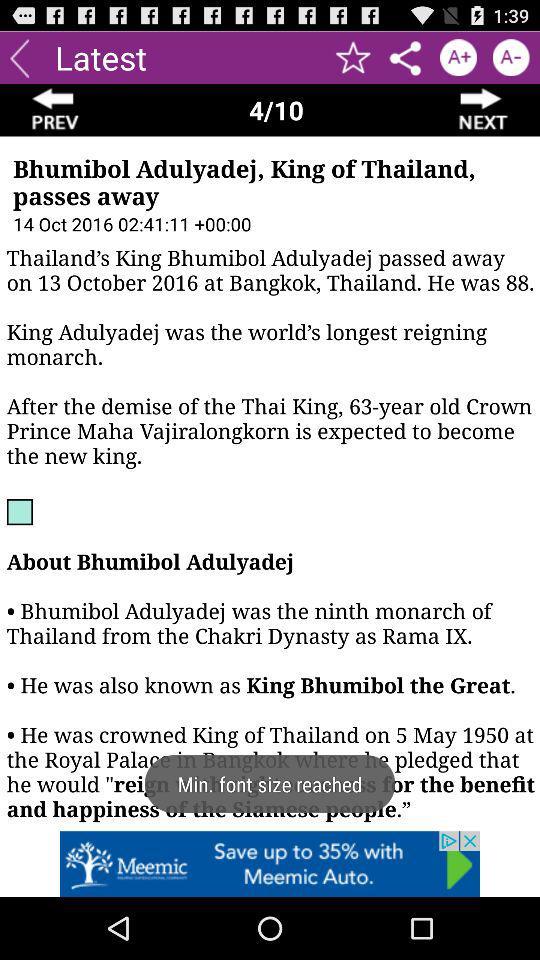  What do you see at coordinates (405, 56) in the screenshot?
I see `settiongs` at bounding box center [405, 56].